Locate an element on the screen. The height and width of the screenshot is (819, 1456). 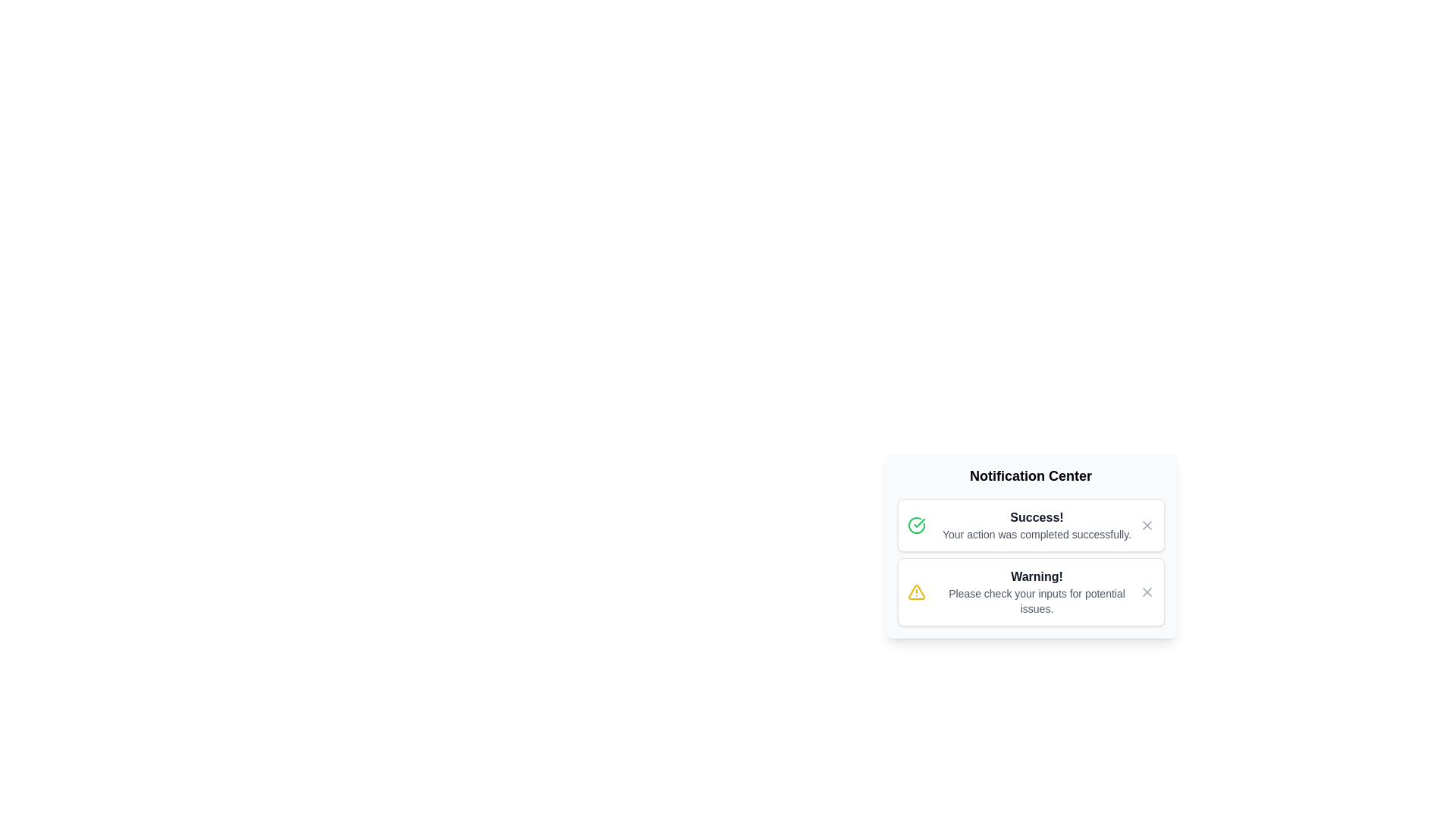
the notification titled 'Success!' is located at coordinates (1031, 525).